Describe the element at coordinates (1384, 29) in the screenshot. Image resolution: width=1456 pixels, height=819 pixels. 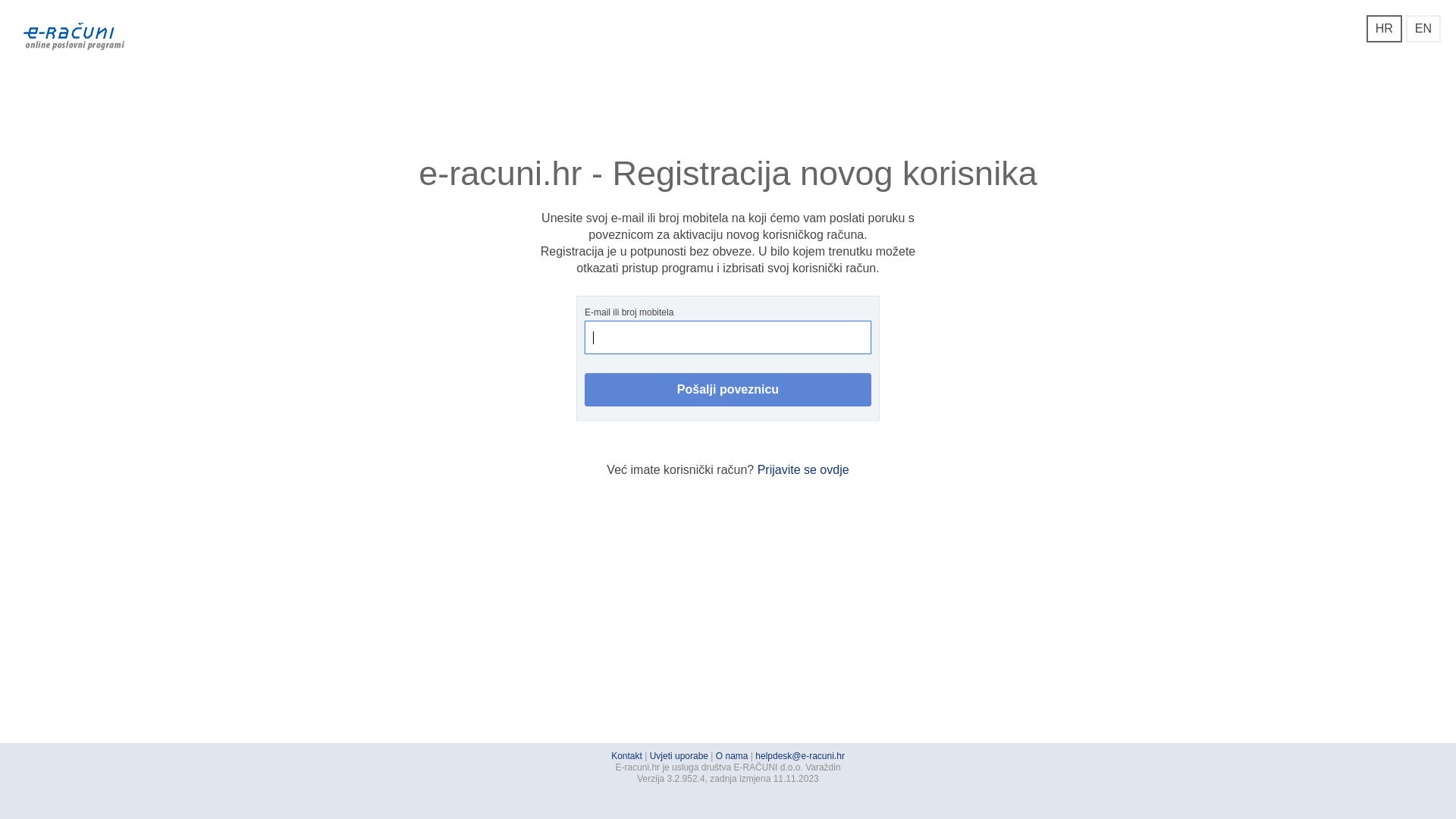
I see `'HR'` at that location.